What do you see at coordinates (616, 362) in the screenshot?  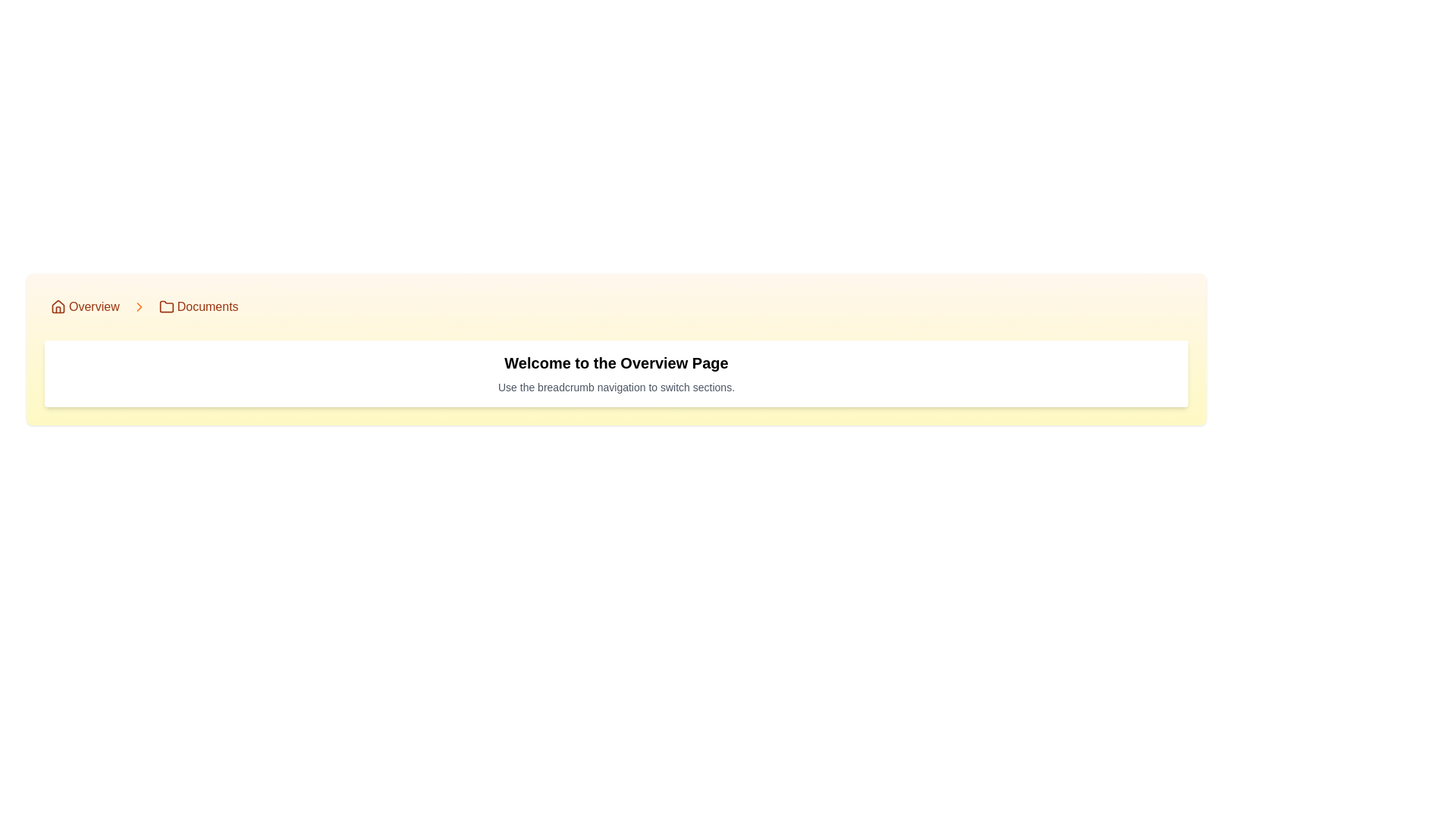 I see `the headline text that reads 'Welcome to the Overview Page', which is prominently styled in bold and large font near the top of the content area` at bounding box center [616, 362].